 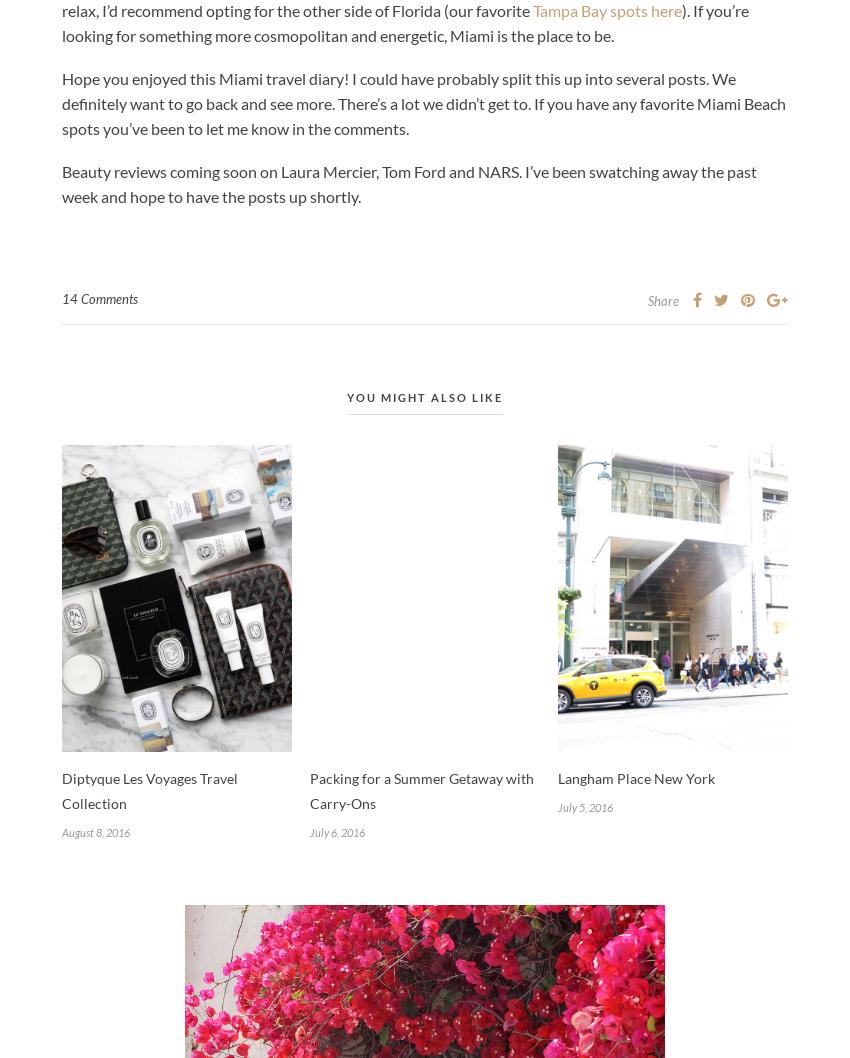 What do you see at coordinates (635, 777) in the screenshot?
I see `'Langham Place New York'` at bounding box center [635, 777].